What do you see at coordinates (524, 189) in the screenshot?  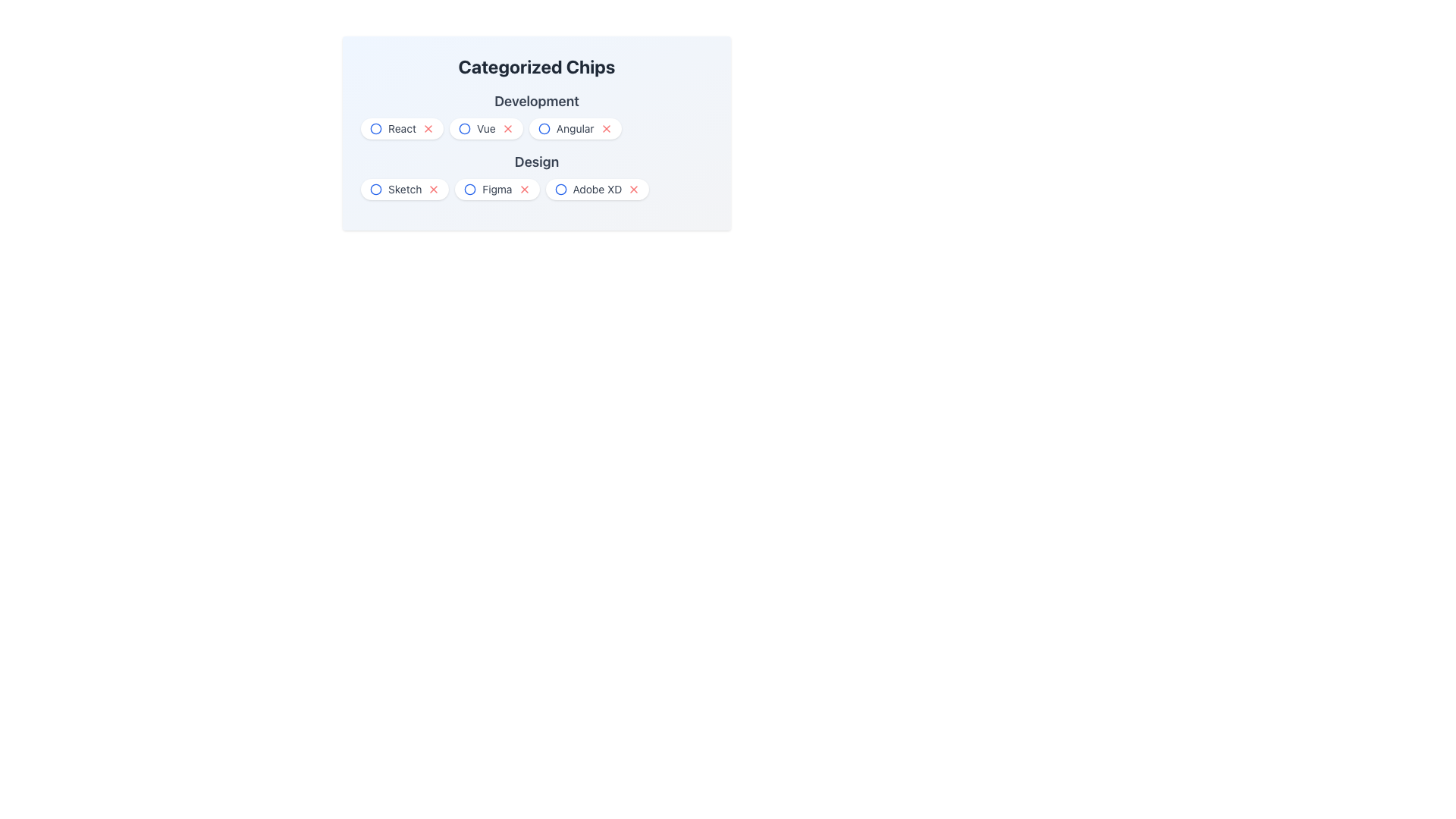 I see `the interactive red 'X' button located at the far right end inside the 'Figma' chip in the 'Design' category section for keyboard accessibility` at bounding box center [524, 189].